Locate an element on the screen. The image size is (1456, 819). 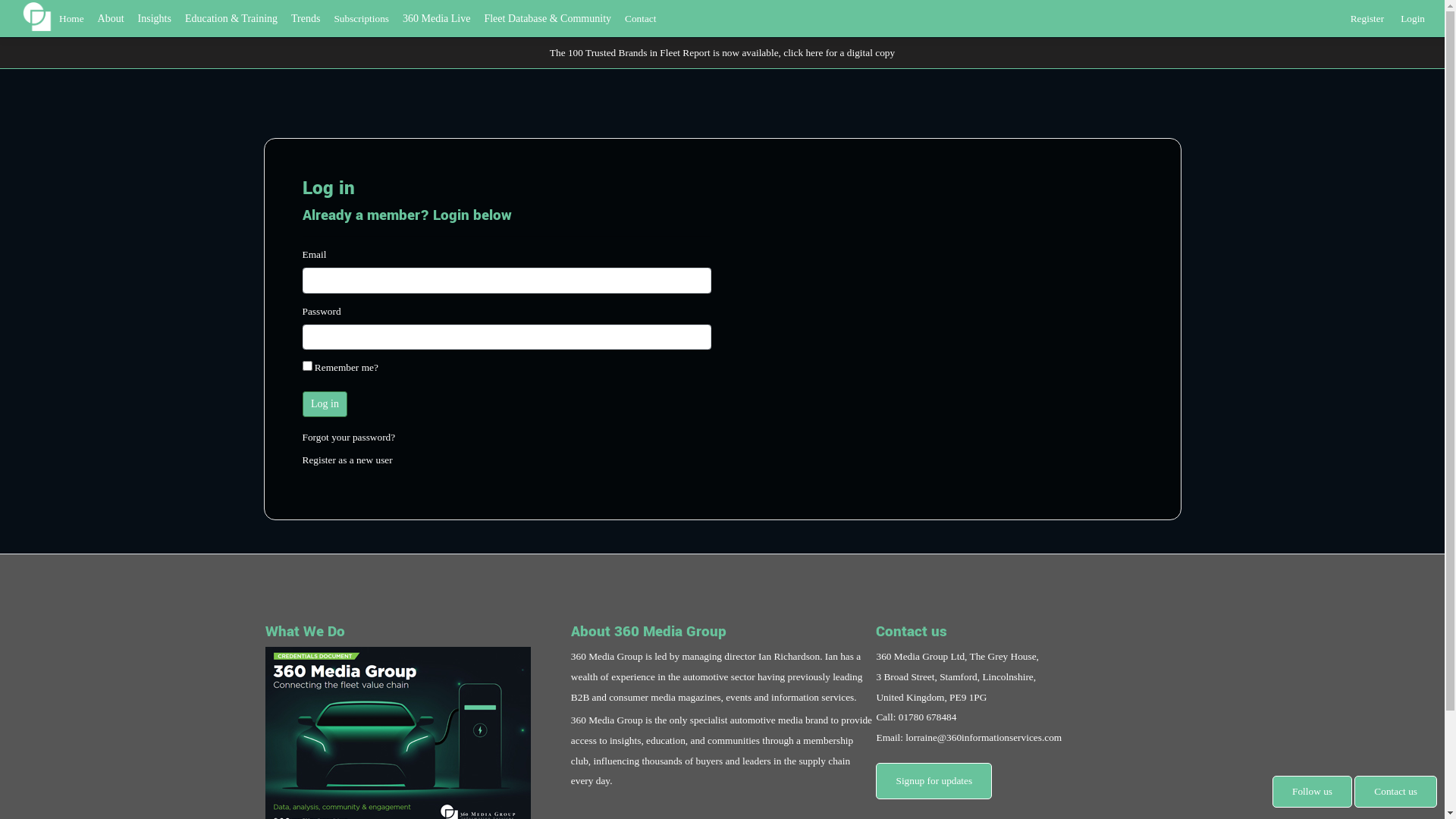
'Log in' is located at coordinates (302, 403).